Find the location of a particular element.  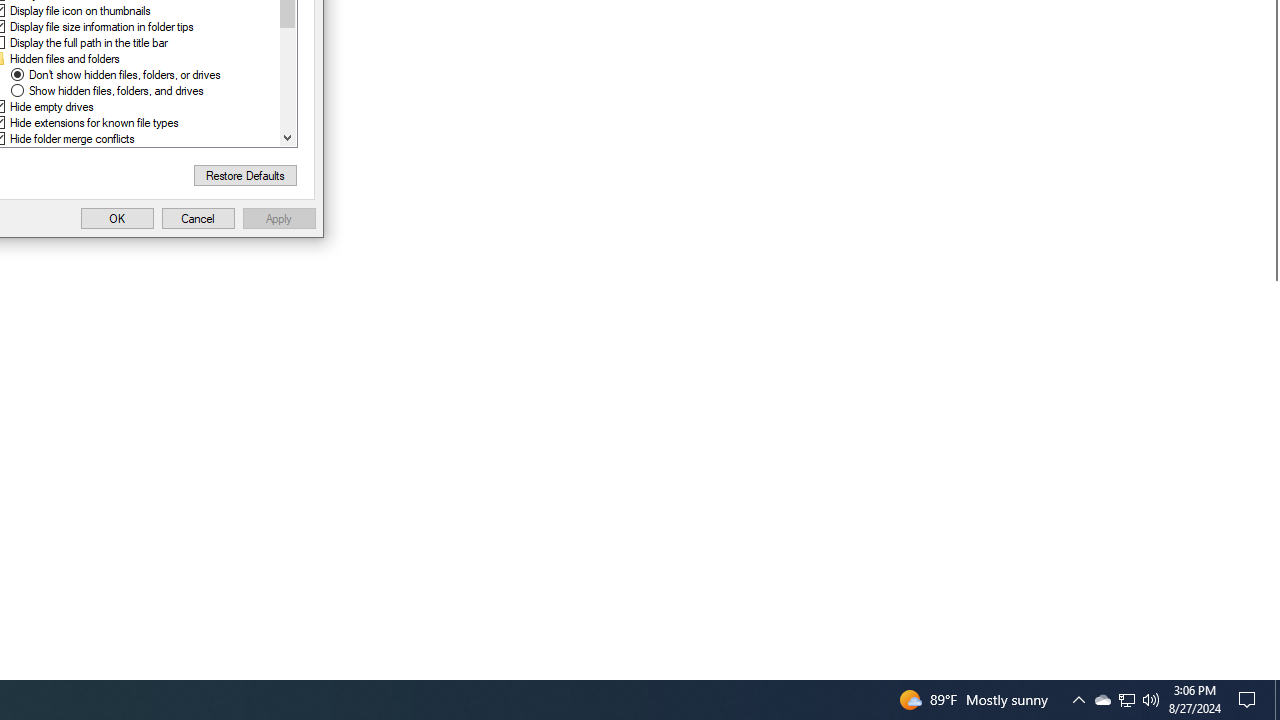

'Display file size information in folder tips' is located at coordinates (100, 27).